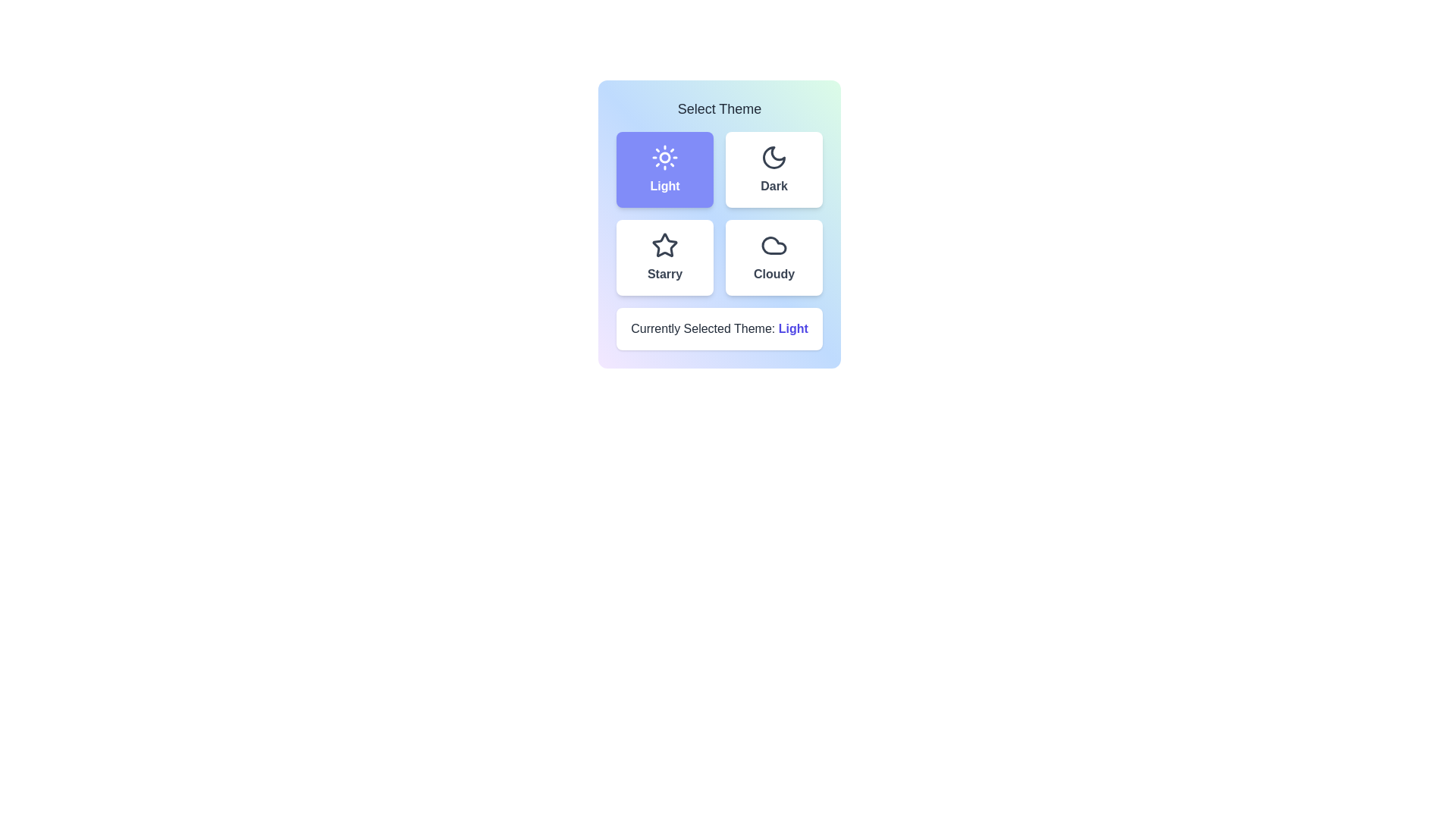 The width and height of the screenshot is (1456, 819). What do you see at coordinates (665, 169) in the screenshot?
I see `the theme Light by clicking on its button` at bounding box center [665, 169].